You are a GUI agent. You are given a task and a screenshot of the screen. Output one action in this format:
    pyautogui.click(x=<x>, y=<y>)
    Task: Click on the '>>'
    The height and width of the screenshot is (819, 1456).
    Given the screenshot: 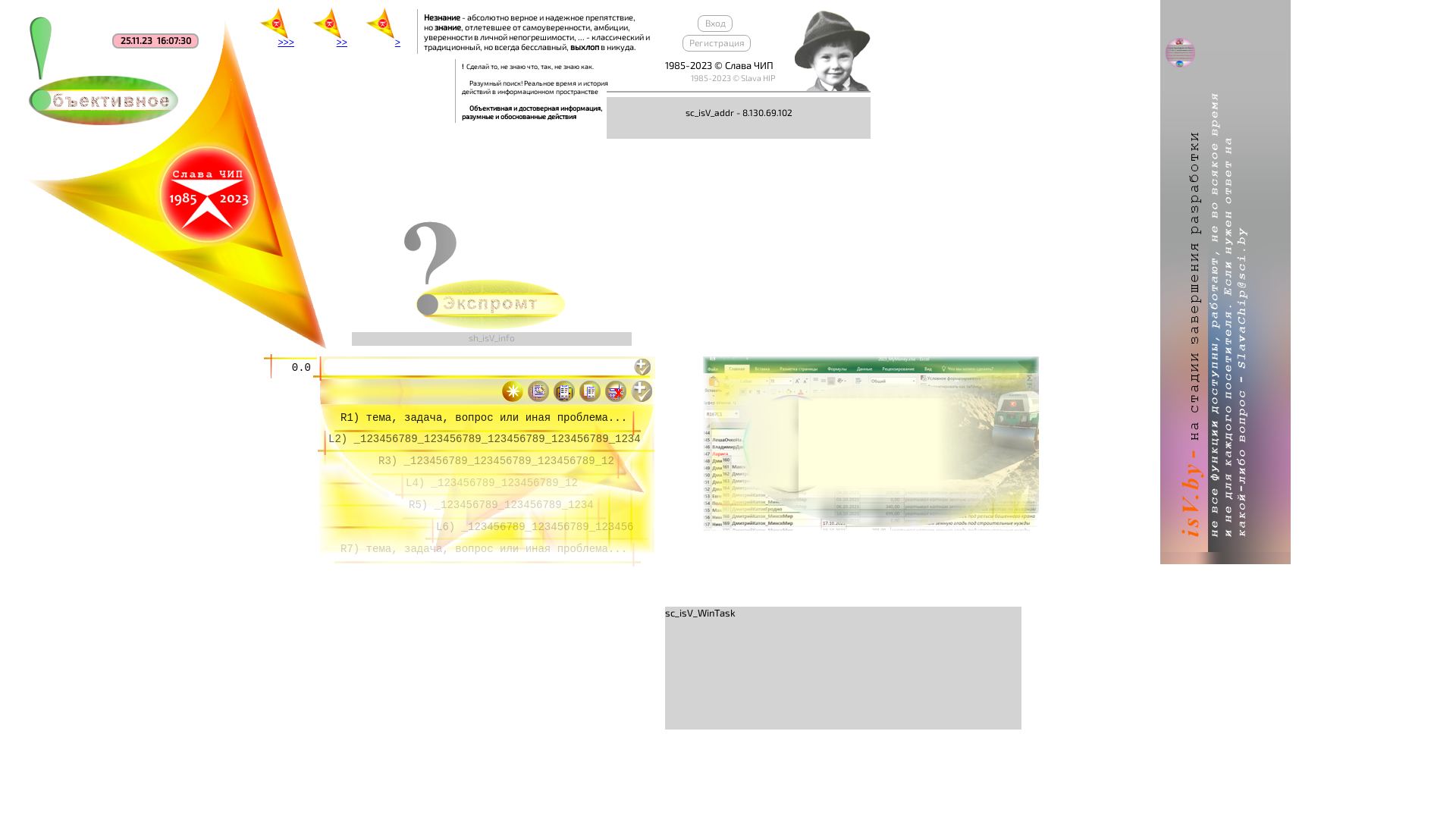 What is the action you would take?
    pyautogui.click(x=328, y=30)
    